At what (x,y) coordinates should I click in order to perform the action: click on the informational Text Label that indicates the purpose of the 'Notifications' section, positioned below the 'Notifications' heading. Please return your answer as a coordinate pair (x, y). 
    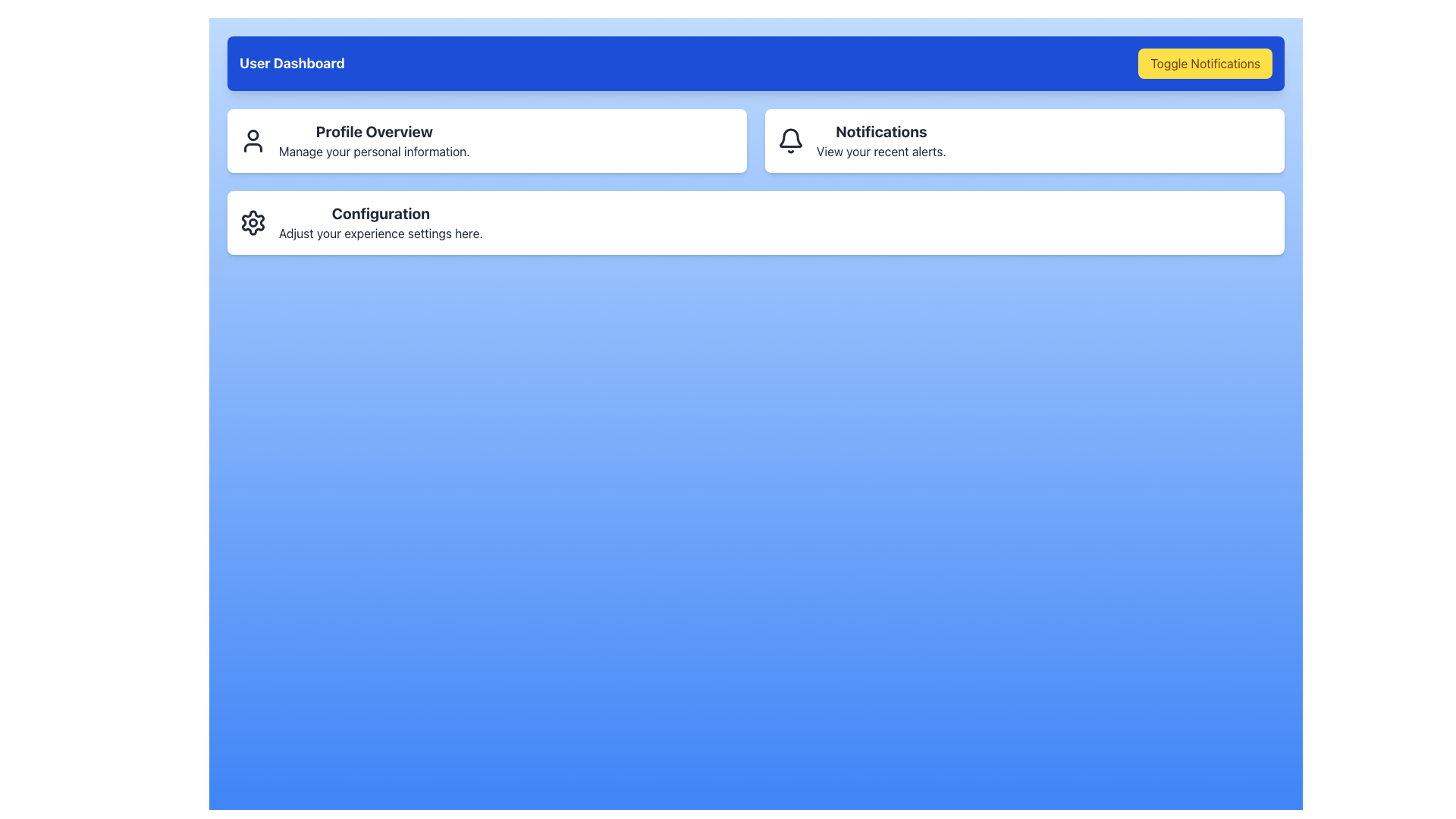
    Looking at the image, I should click on (881, 152).